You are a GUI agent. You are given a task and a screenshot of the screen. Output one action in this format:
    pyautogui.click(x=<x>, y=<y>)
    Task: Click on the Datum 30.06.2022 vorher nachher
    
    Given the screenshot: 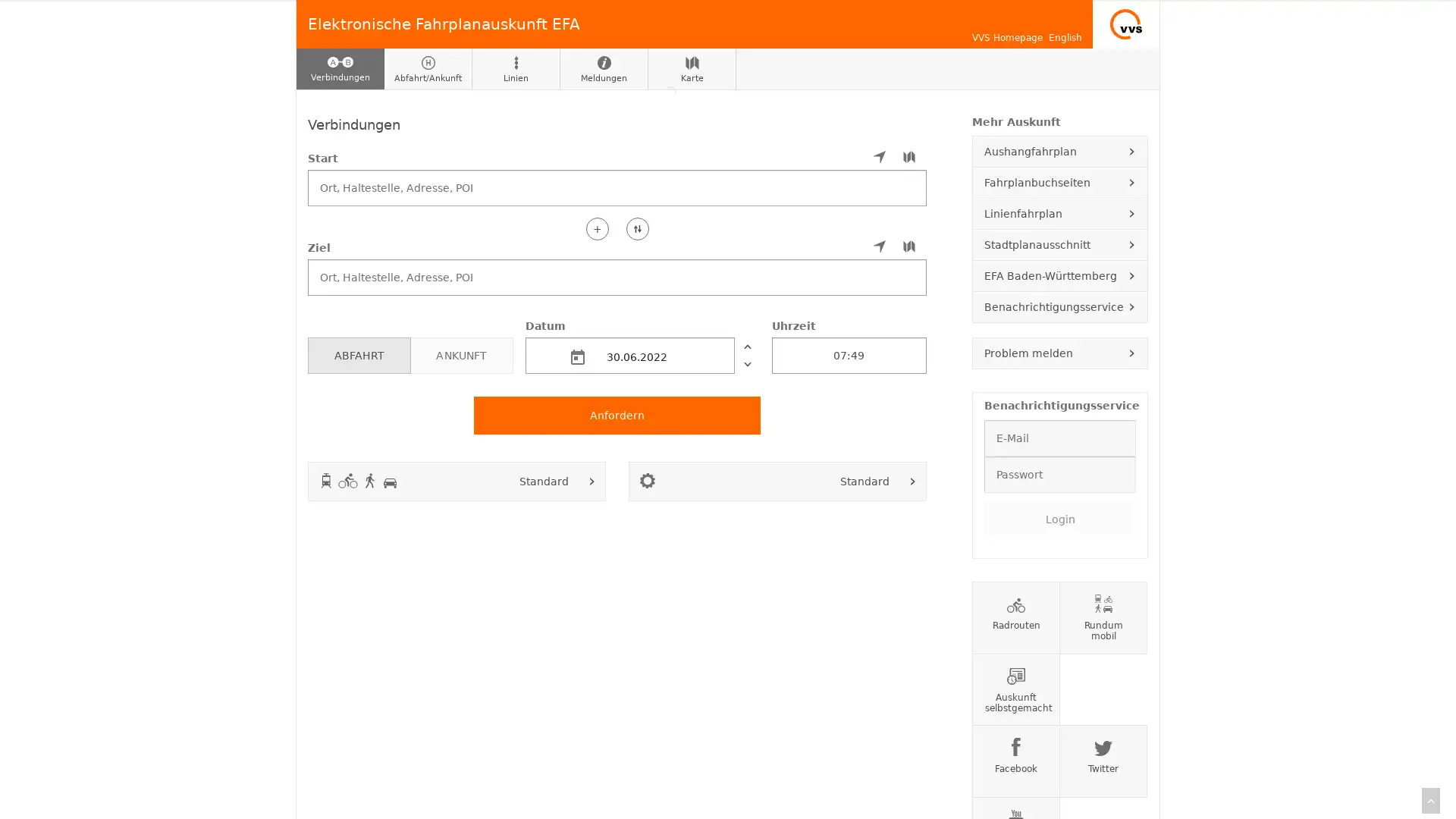 What is the action you would take?
    pyautogui.click(x=642, y=345)
    